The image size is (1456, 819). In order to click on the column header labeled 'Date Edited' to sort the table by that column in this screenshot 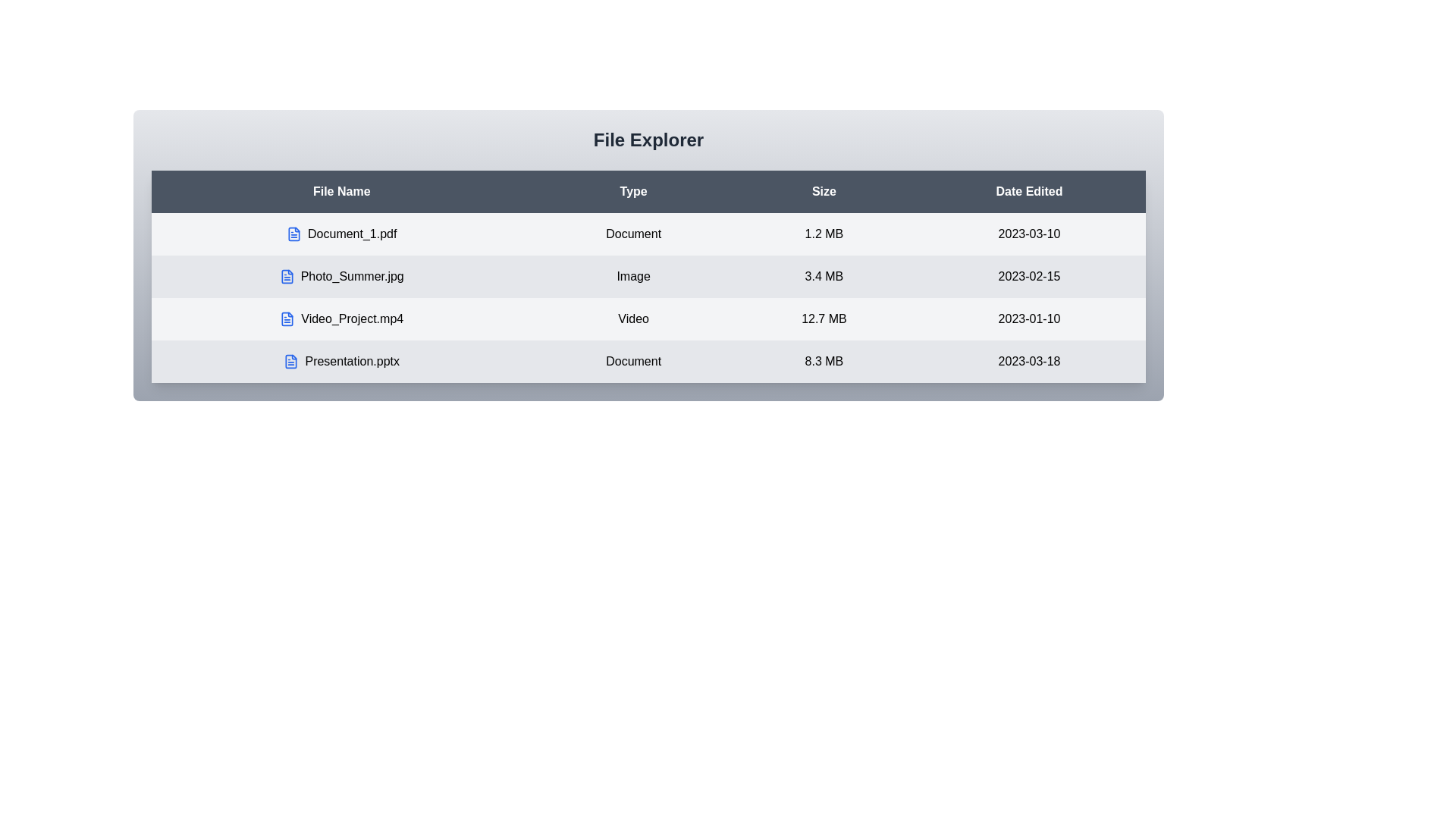, I will do `click(1029, 191)`.